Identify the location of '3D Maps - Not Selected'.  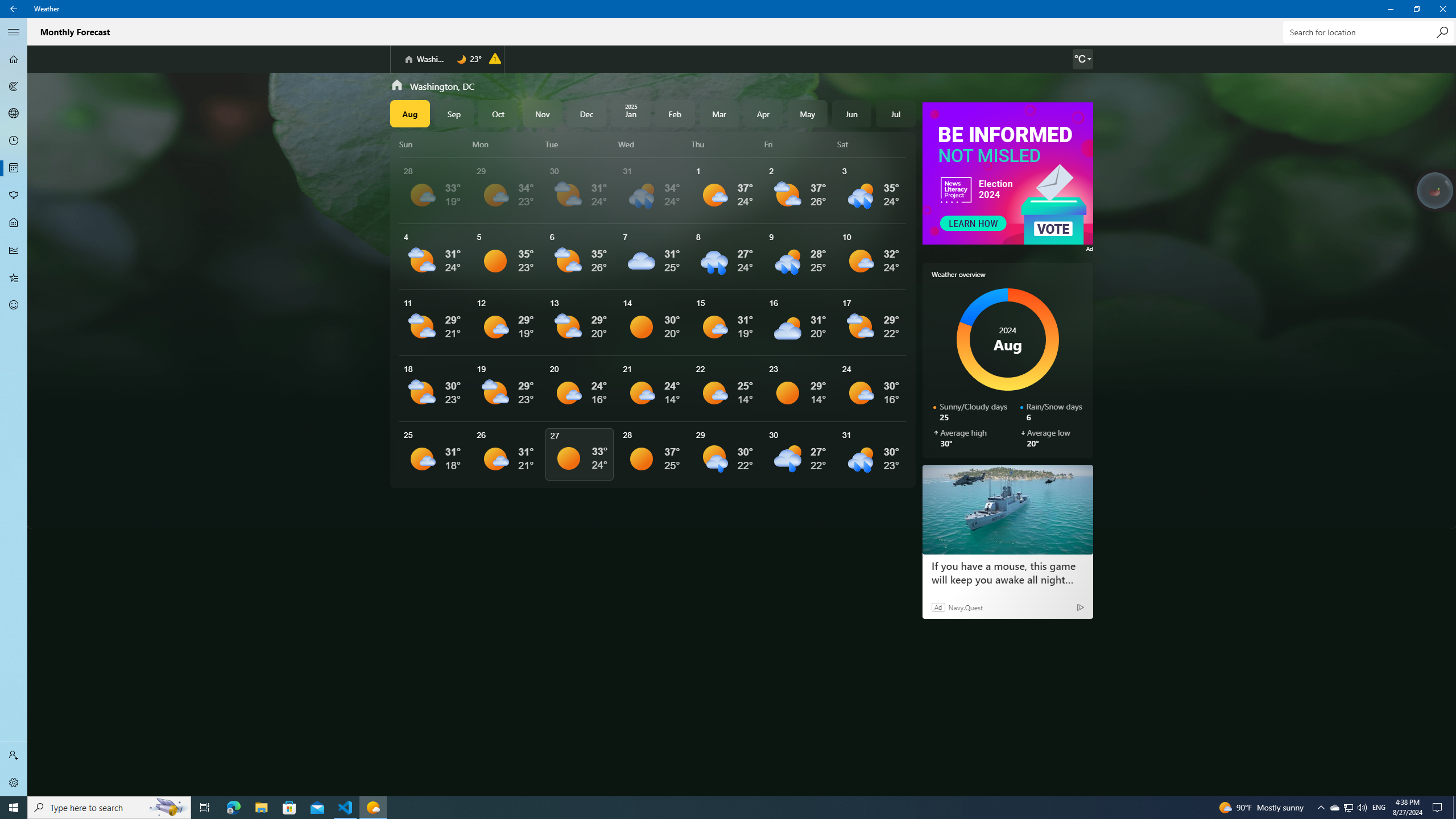
(14, 113).